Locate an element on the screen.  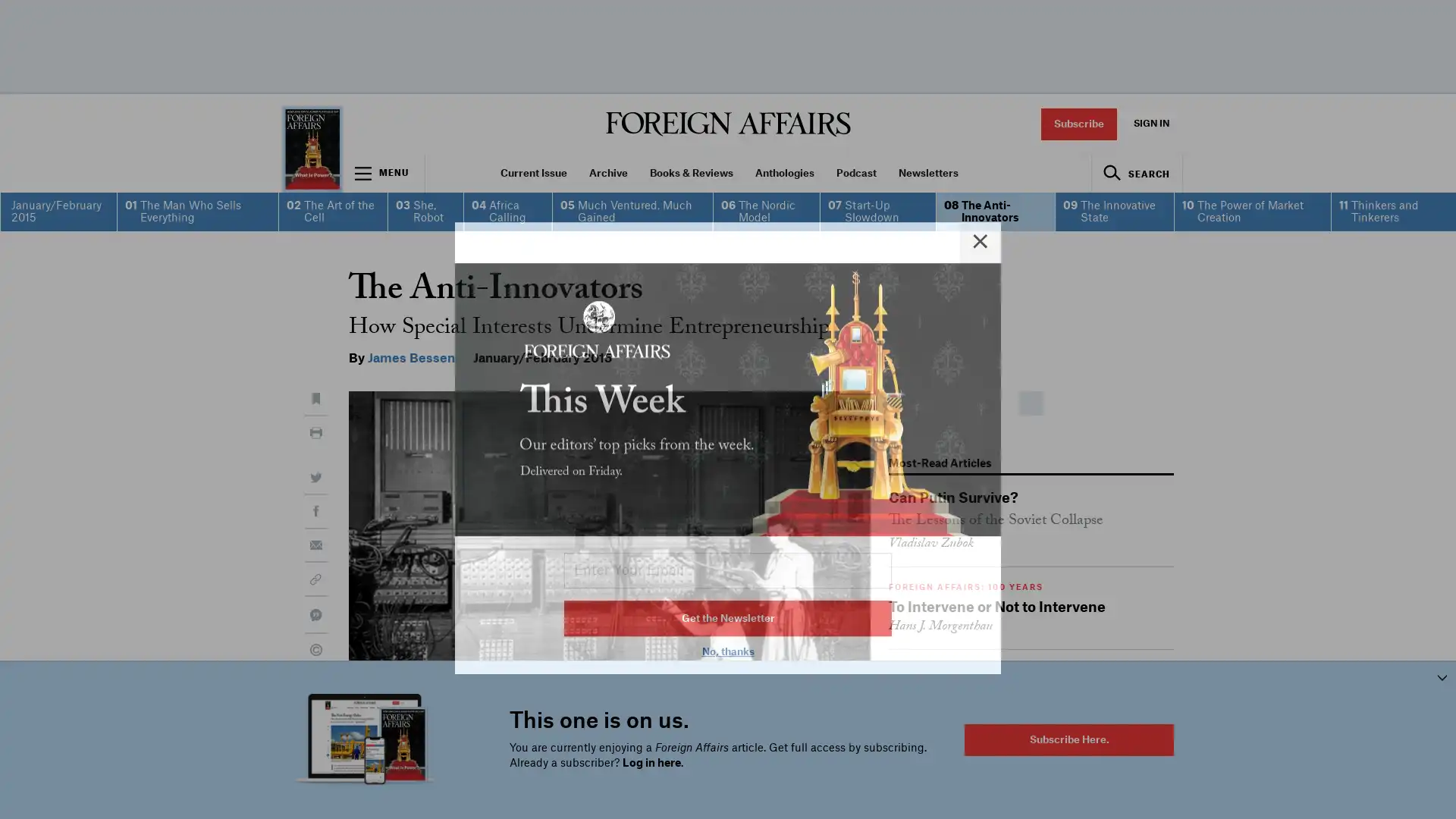
Close dialog is located at coordinates (980, 202).